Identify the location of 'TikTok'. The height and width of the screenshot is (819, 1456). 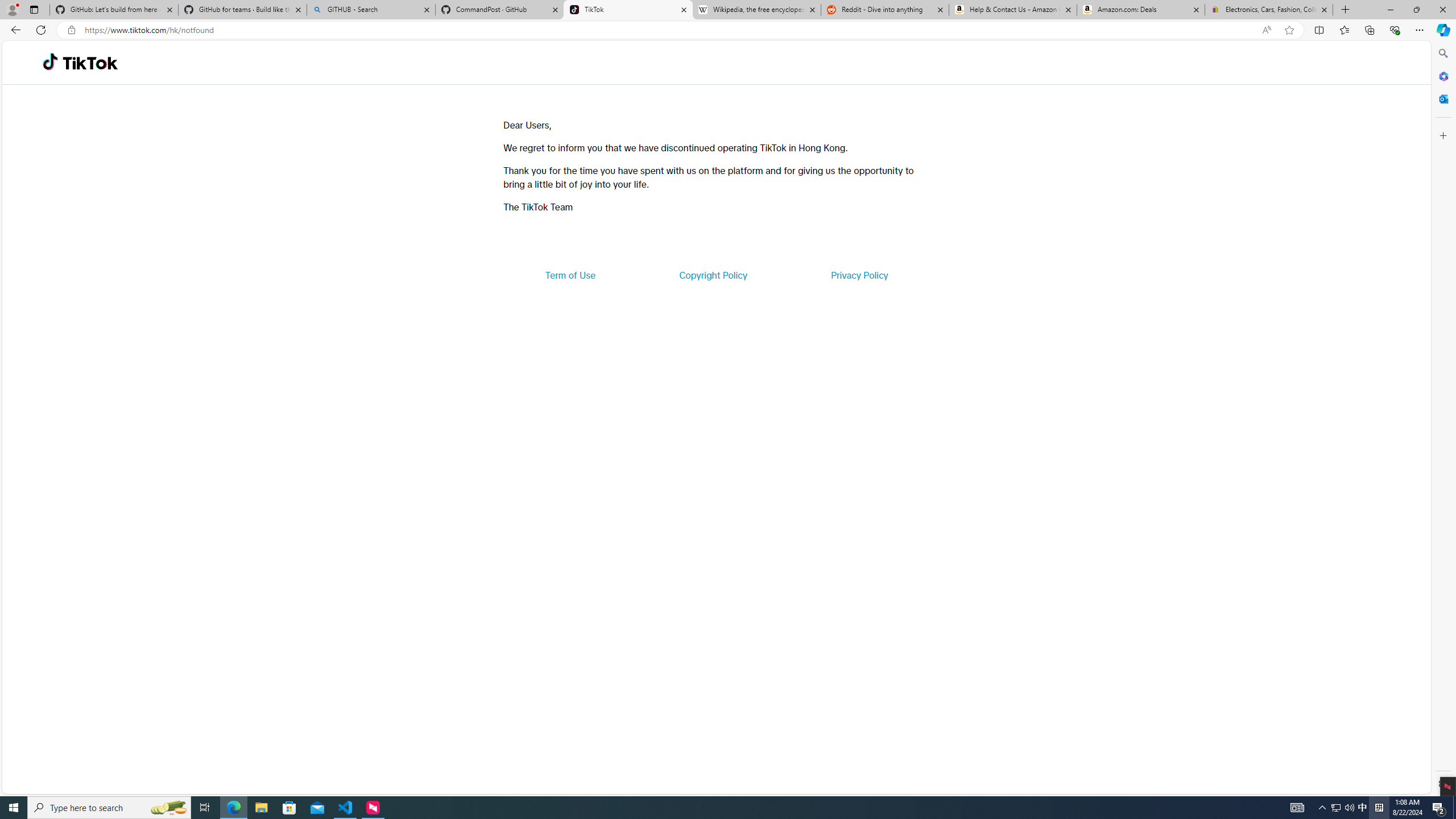
(90, 63).